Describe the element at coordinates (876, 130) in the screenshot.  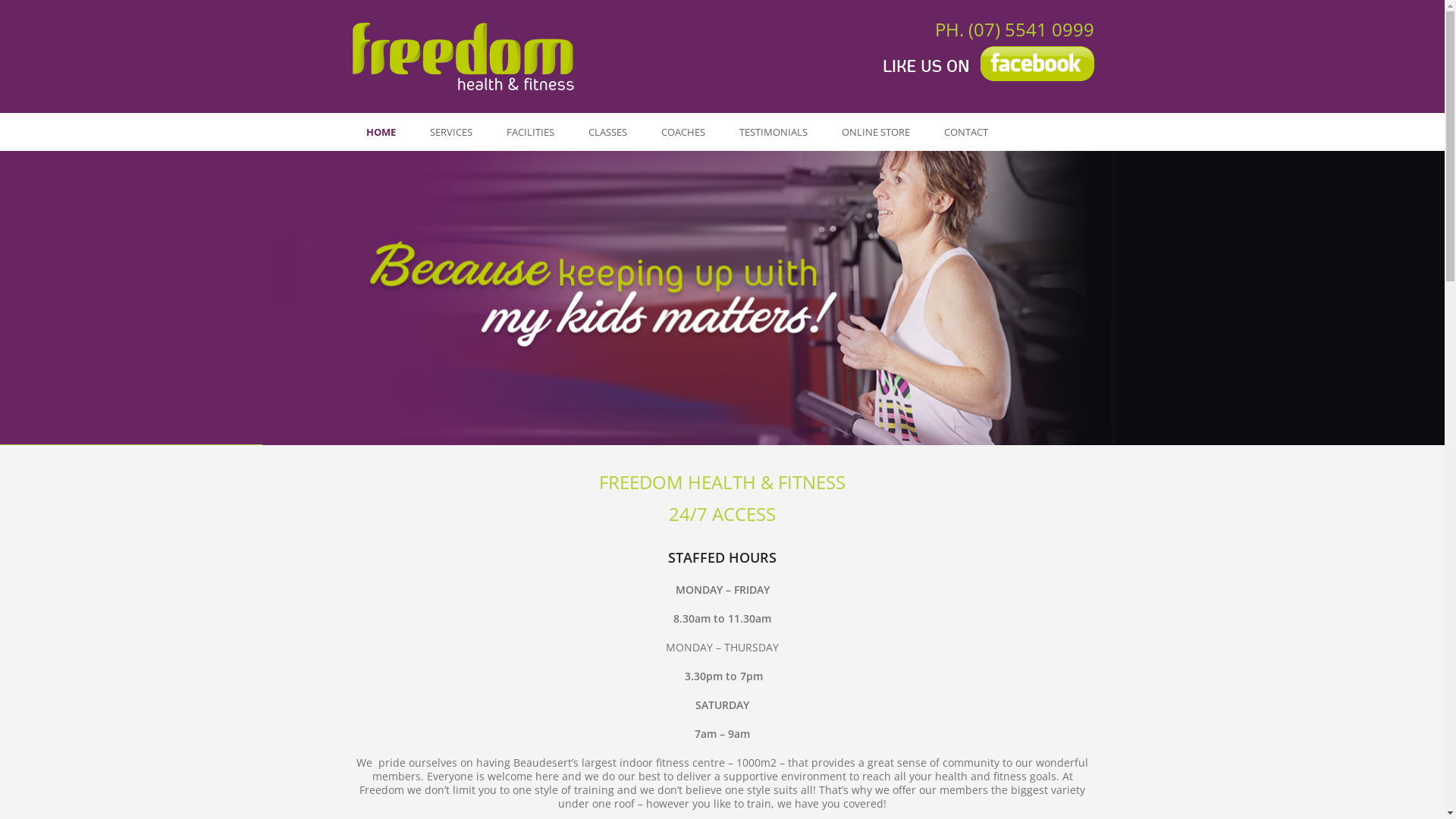
I see `'ONLINE STORE'` at that location.